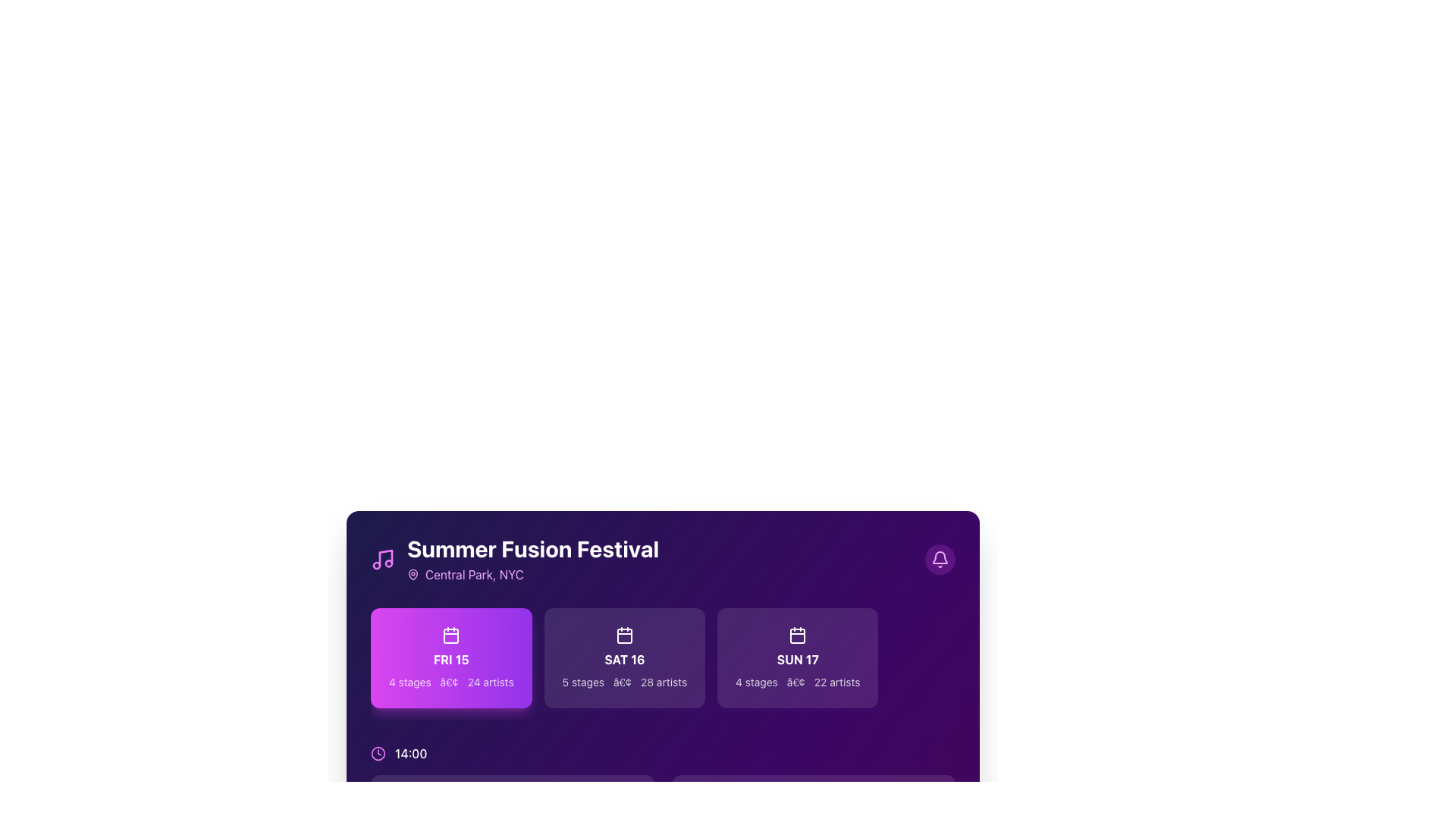  Describe the element at coordinates (939, 559) in the screenshot. I see `the circular notification button with a bell icon at the top-right corner of the event information` at that location.